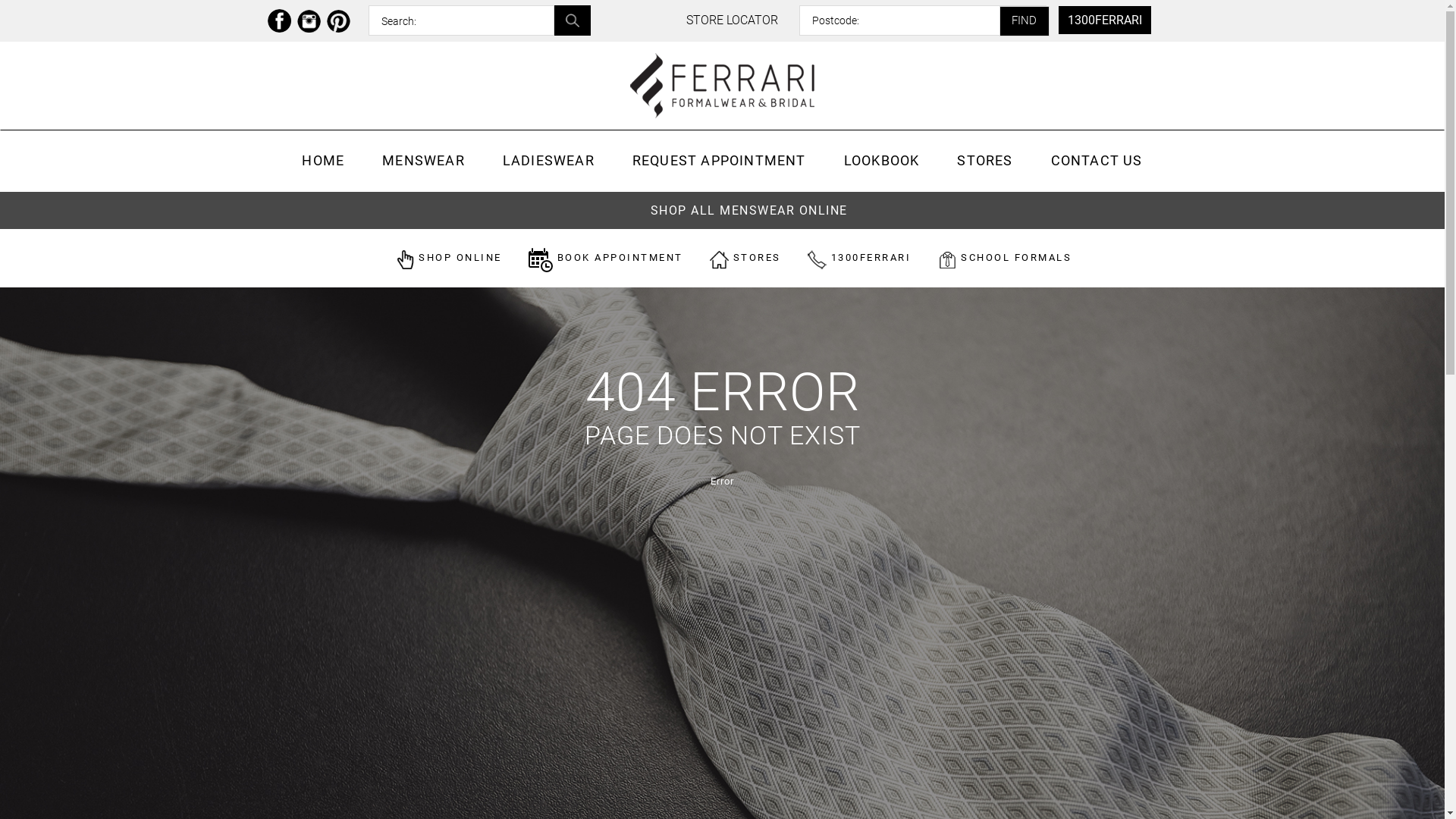 The height and width of the screenshot is (819, 1456). What do you see at coordinates (1097, 161) in the screenshot?
I see `'CONTACT US'` at bounding box center [1097, 161].